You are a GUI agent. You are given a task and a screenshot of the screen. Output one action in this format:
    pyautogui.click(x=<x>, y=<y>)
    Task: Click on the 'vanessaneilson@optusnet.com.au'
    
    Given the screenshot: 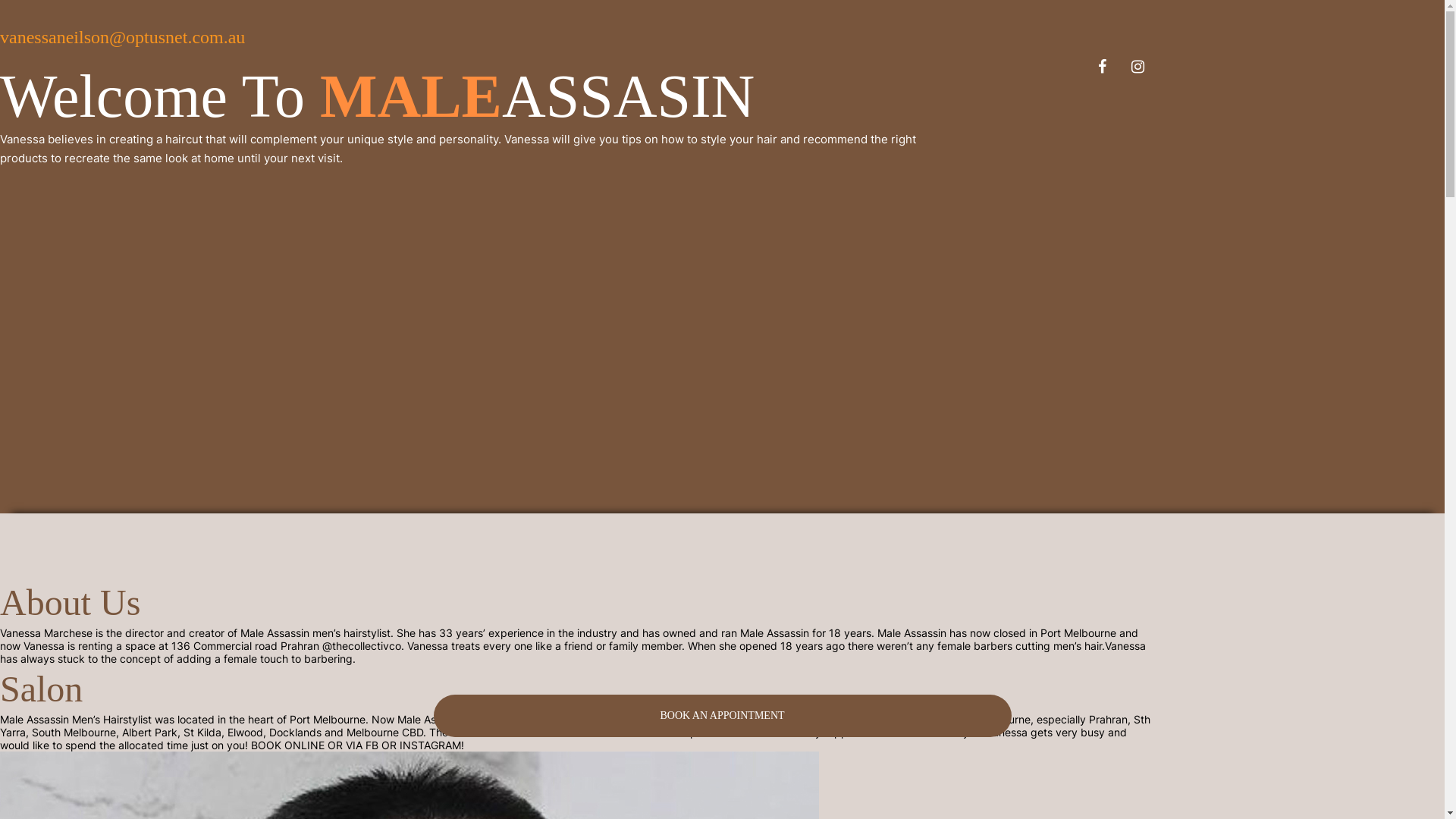 What is the action you would take?
    pyautogui.click(x=122, y=36)
    